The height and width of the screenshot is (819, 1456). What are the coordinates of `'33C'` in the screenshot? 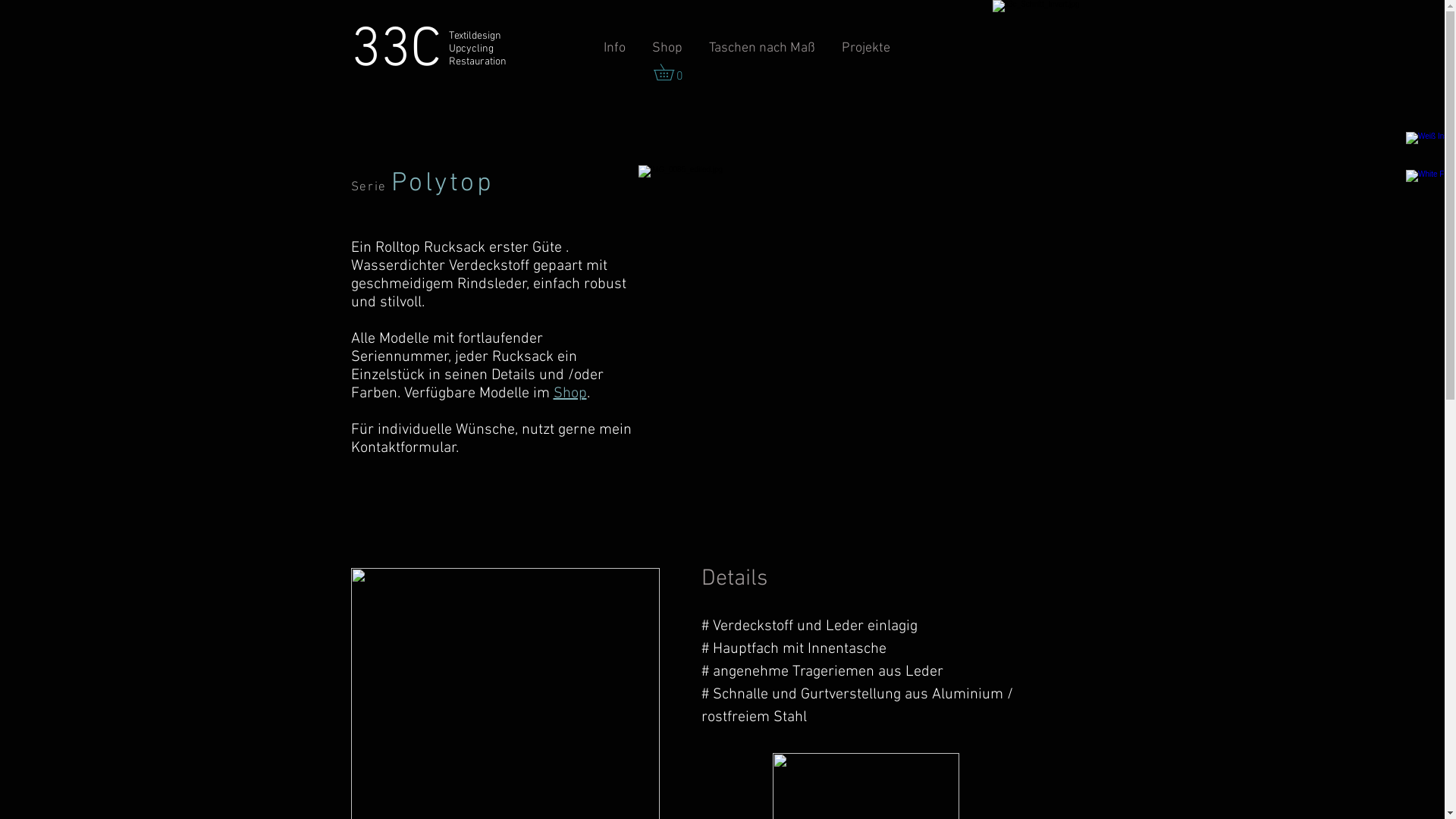 It's located at (395, 50).